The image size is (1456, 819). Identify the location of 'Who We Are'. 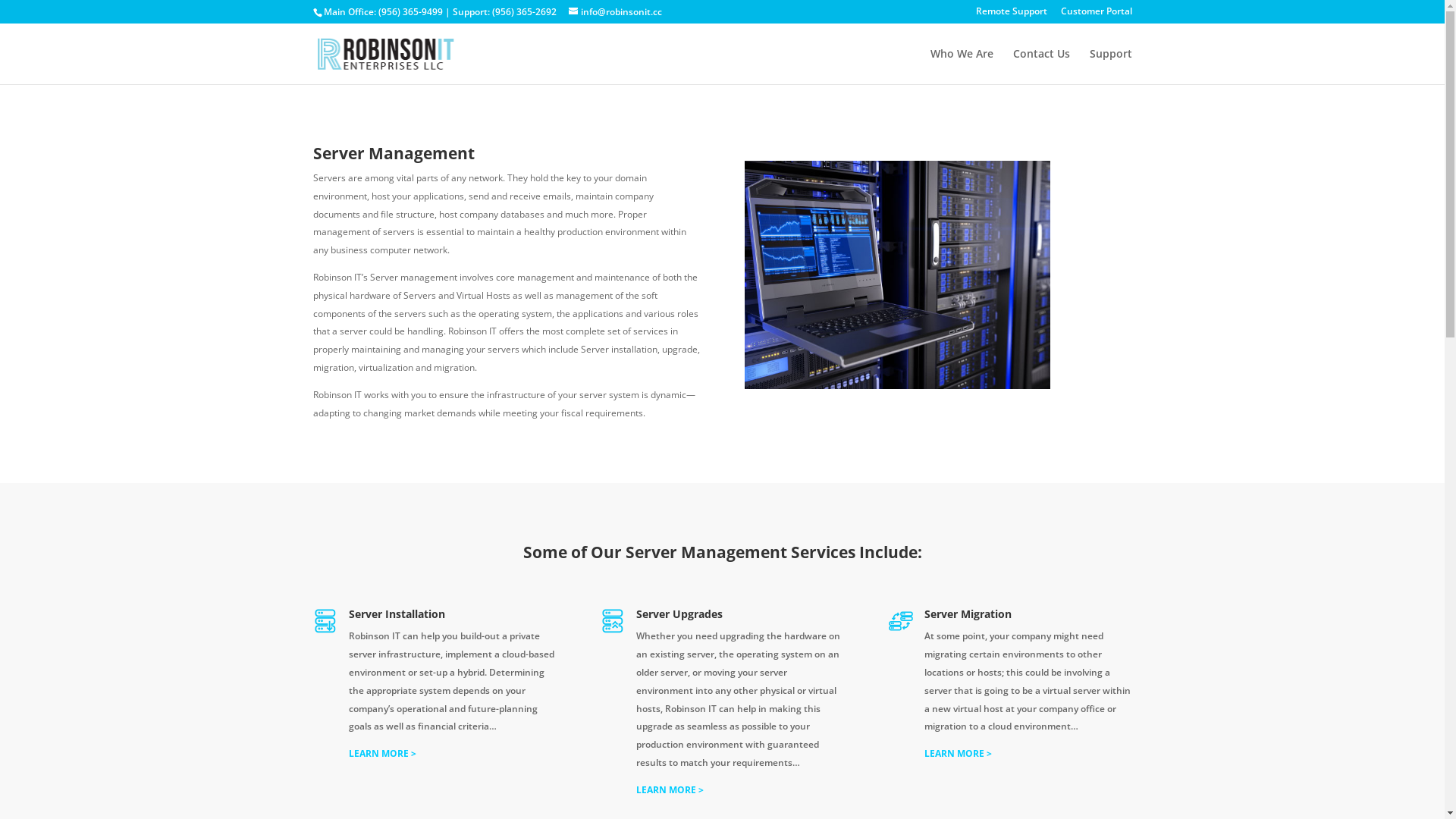
(928, 65).